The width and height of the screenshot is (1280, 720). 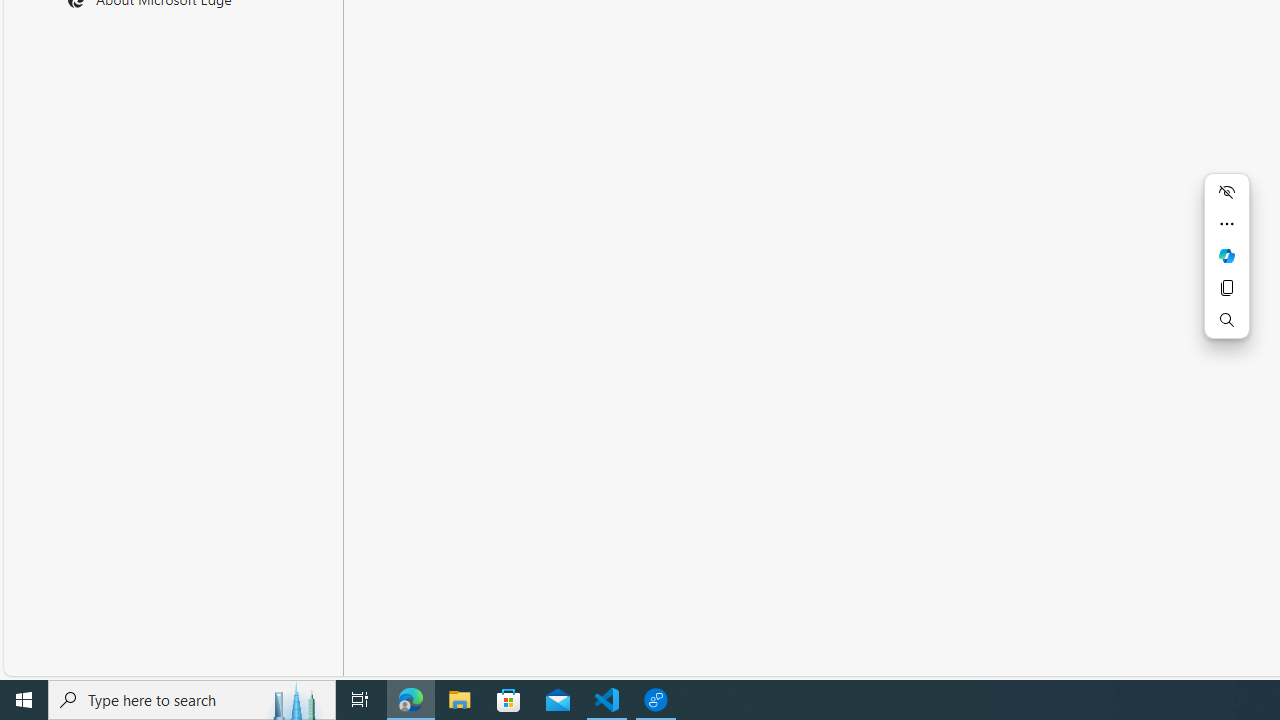 I want to click on 'Mini menu on text selection', so click(x=1225, y=266).